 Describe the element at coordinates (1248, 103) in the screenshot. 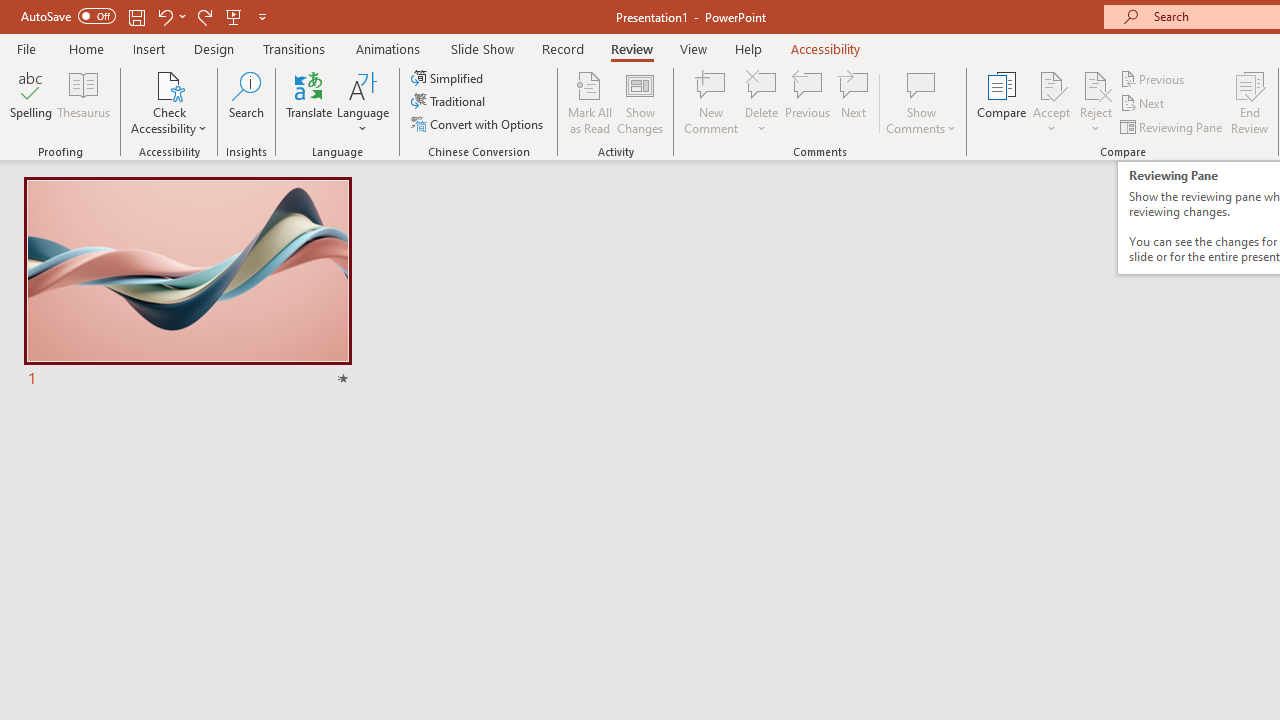

I see `'End Review'` at that location.